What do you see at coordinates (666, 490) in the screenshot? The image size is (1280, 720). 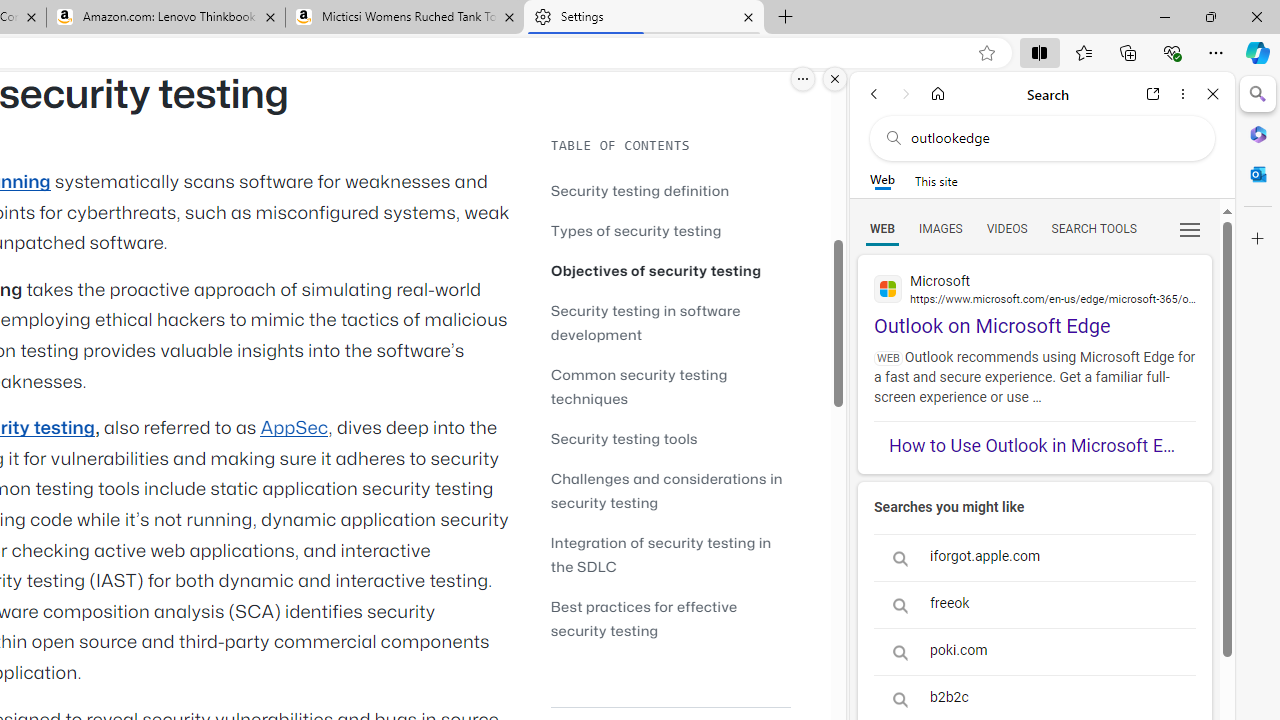 I see `'Challenges and considerations in security testing'` at bounding box center [666, 490].